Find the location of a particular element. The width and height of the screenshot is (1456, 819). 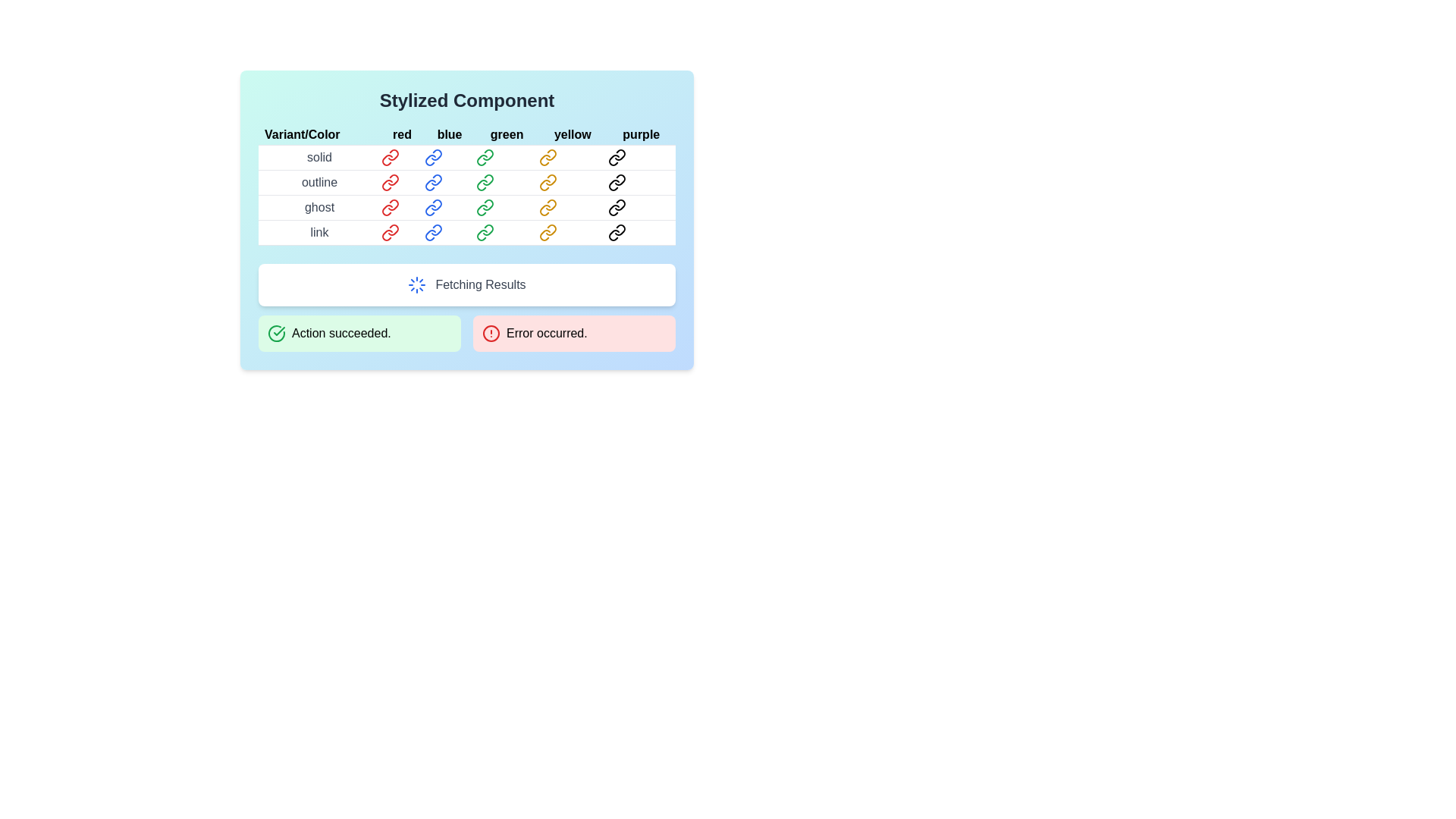

the text label displaying 'red' in the header row, which is located in the second column of a tabular layout is located at coordinates (402, 134).